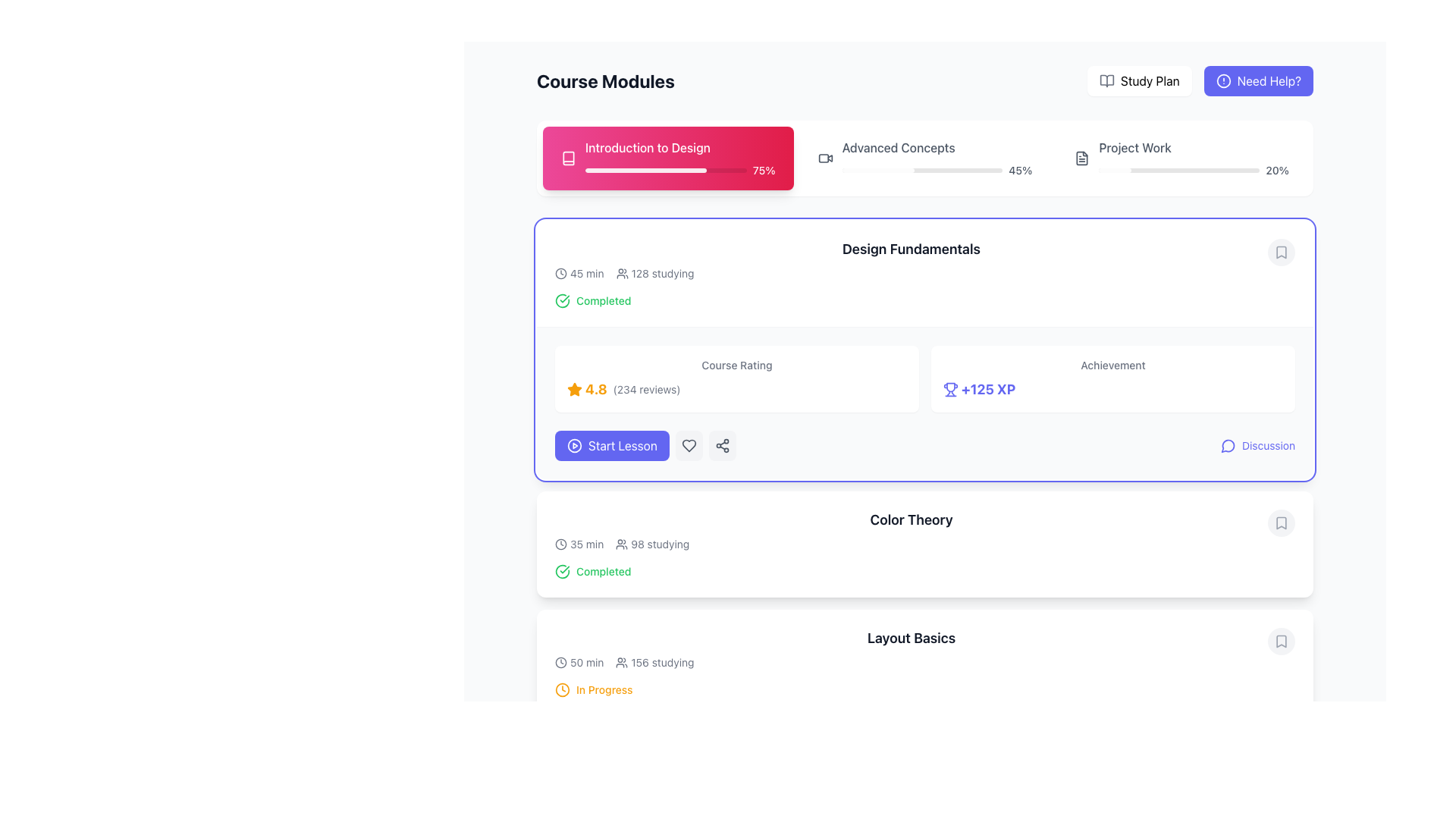 Image resolution: width=1456 pixels, height=819 pixels. What do you see at coordinates (688, 444) in the screenshot?
I see `the heart icon in the 'Design Fundamentals' section` at bounding box center [688, 444].